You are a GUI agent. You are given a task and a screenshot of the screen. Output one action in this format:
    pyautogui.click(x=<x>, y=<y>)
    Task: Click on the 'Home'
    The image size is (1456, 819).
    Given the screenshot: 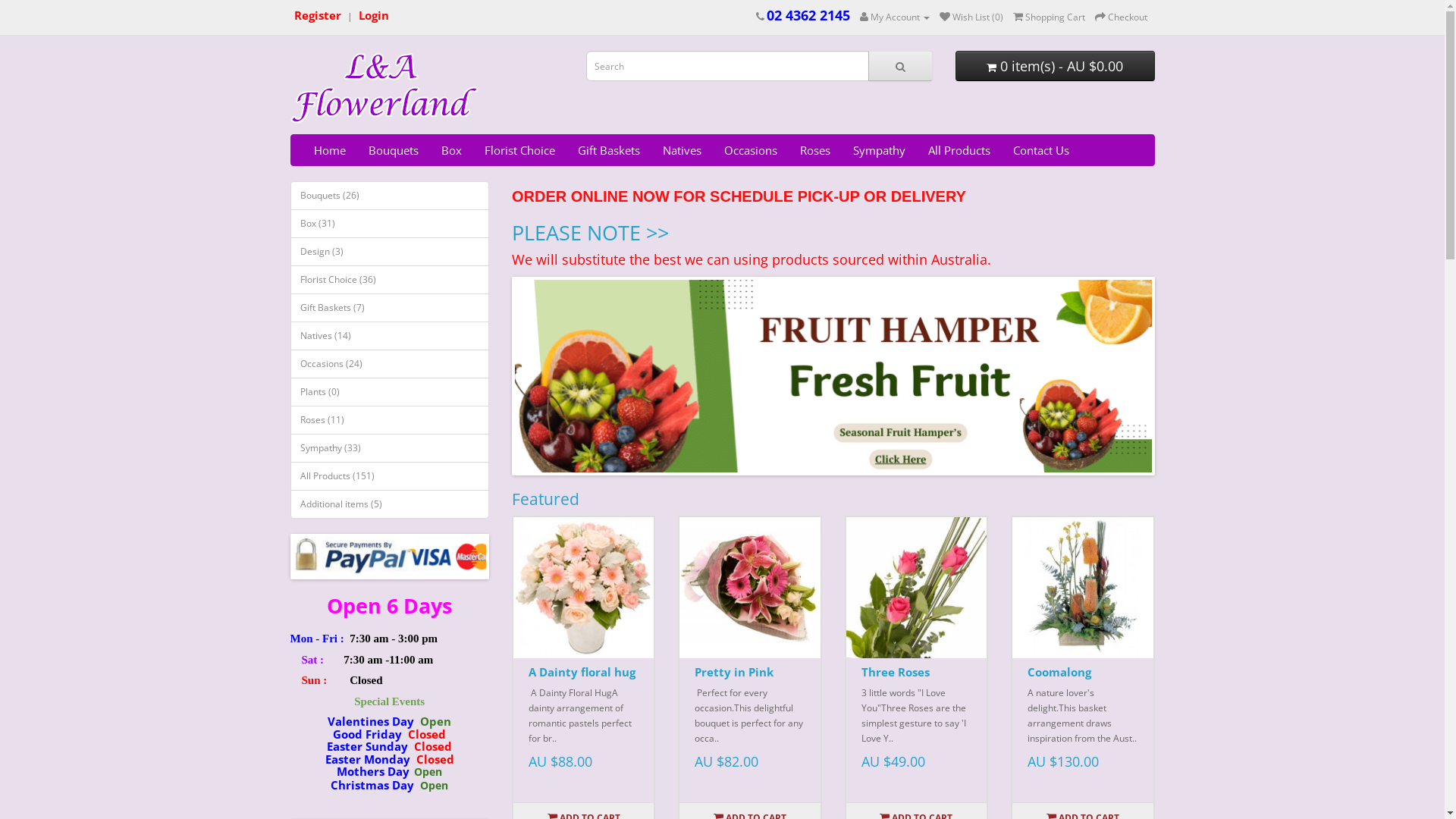 What is the action you would take?
    pyautogui.click(x=328, y=149)
    